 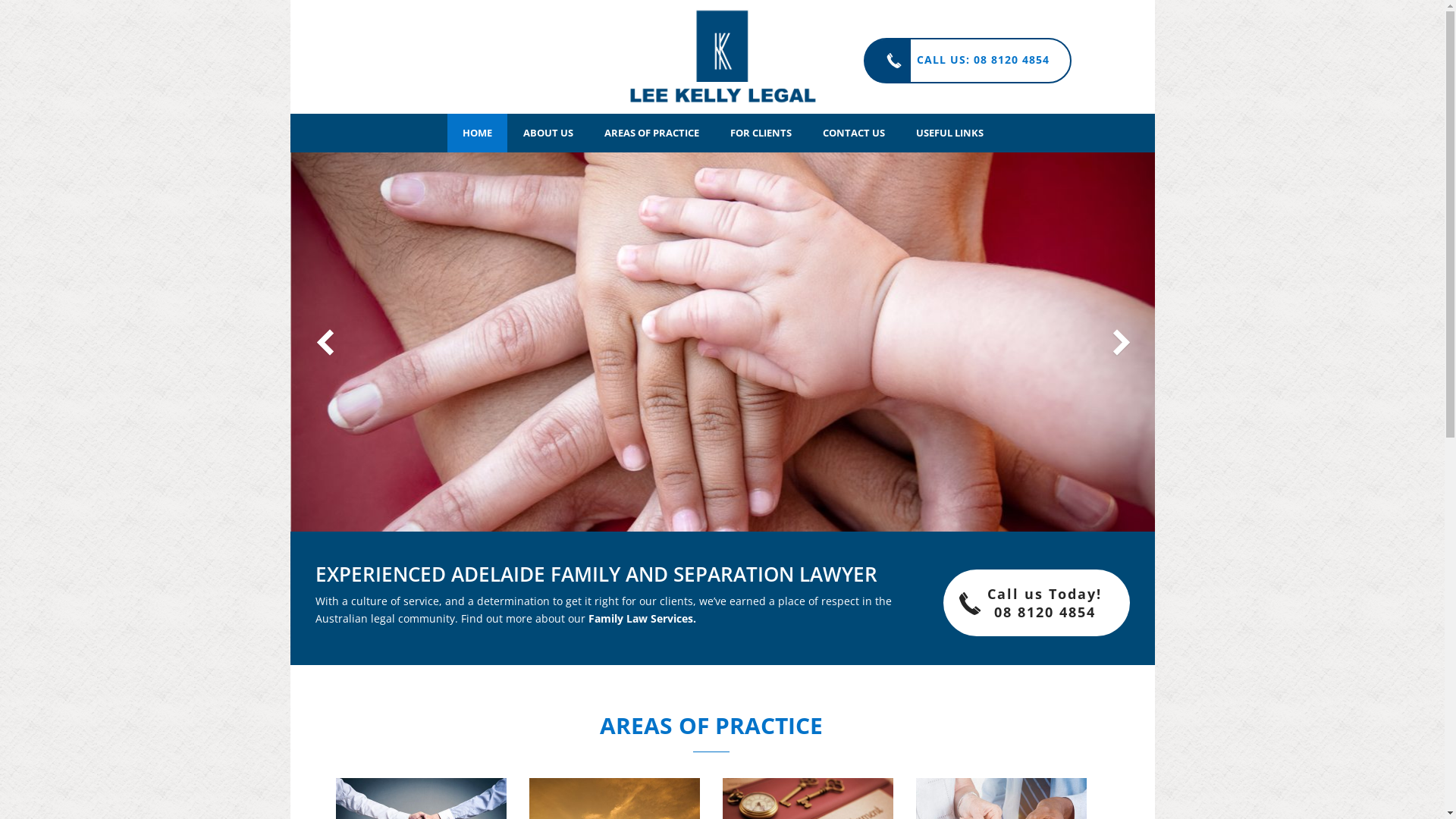 What do you see at coordinates (722, 55) in the screenshot?
I see `'Adelaide Family Lawyer'` at bounding box center [722, 55].